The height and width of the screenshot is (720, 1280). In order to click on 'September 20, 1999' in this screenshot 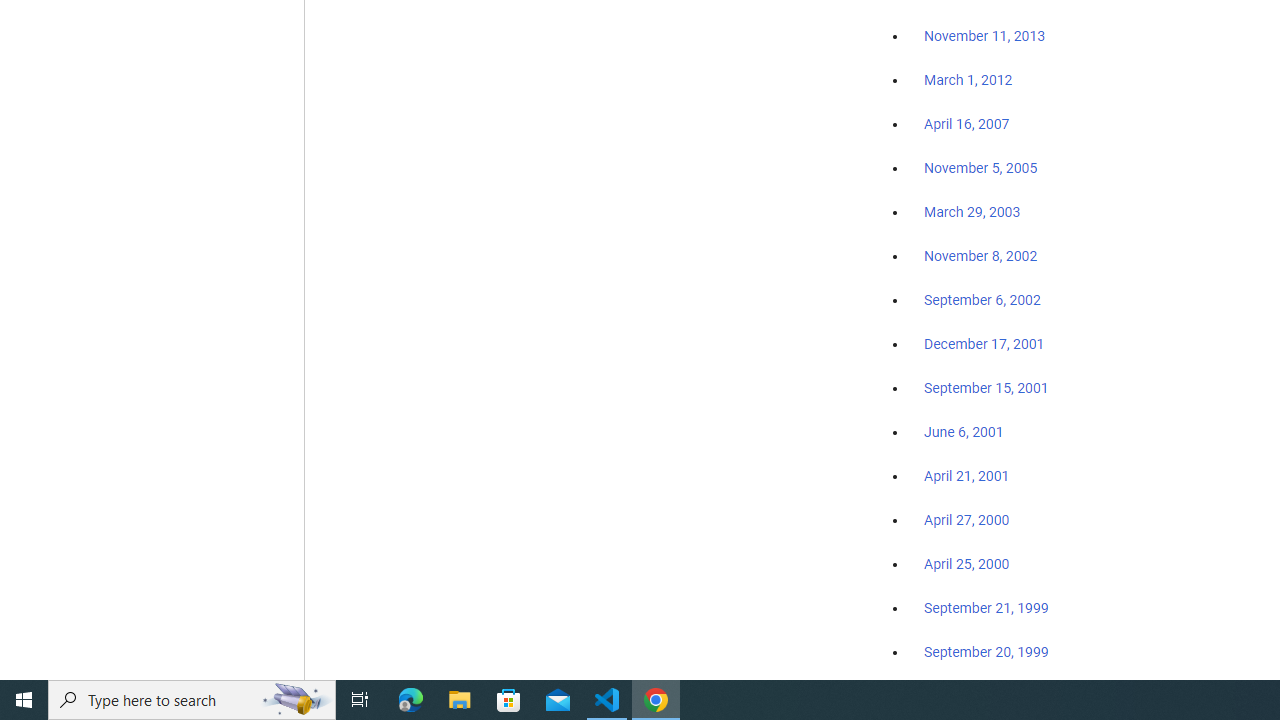, I will do `click(986, 651)`.